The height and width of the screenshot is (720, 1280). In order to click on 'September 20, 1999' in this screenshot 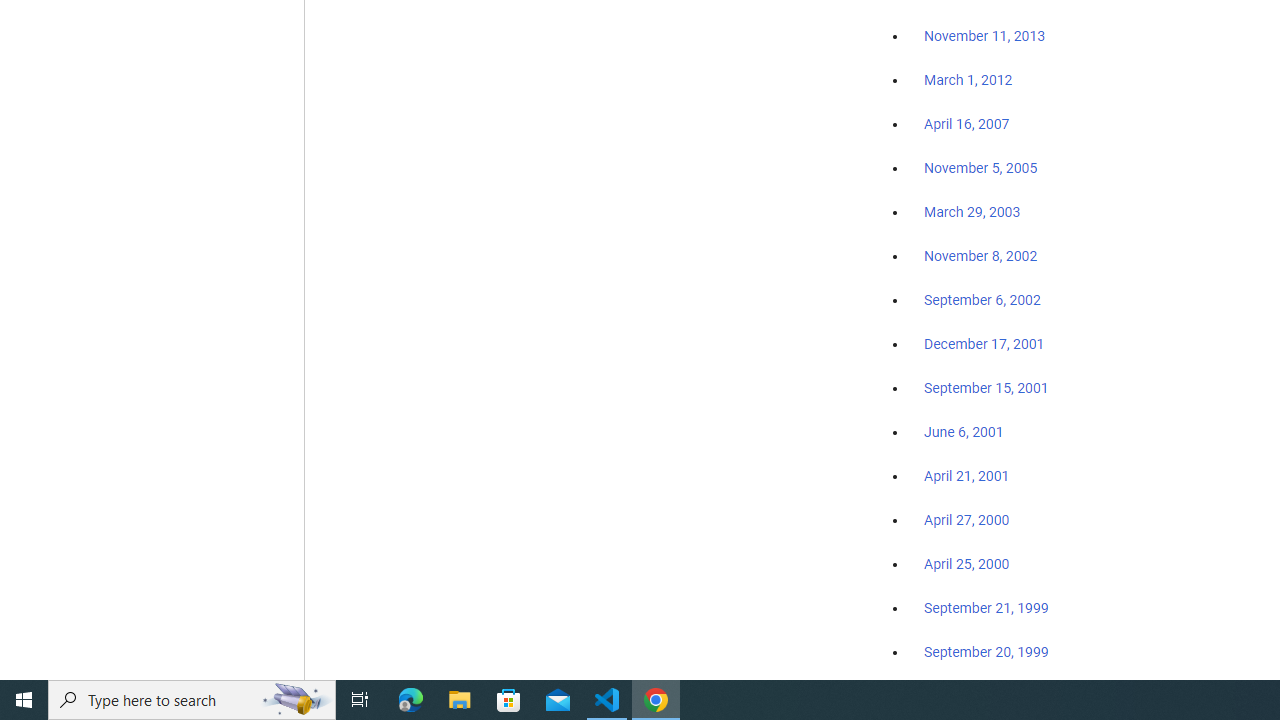, I will do `click(986, 651)`.